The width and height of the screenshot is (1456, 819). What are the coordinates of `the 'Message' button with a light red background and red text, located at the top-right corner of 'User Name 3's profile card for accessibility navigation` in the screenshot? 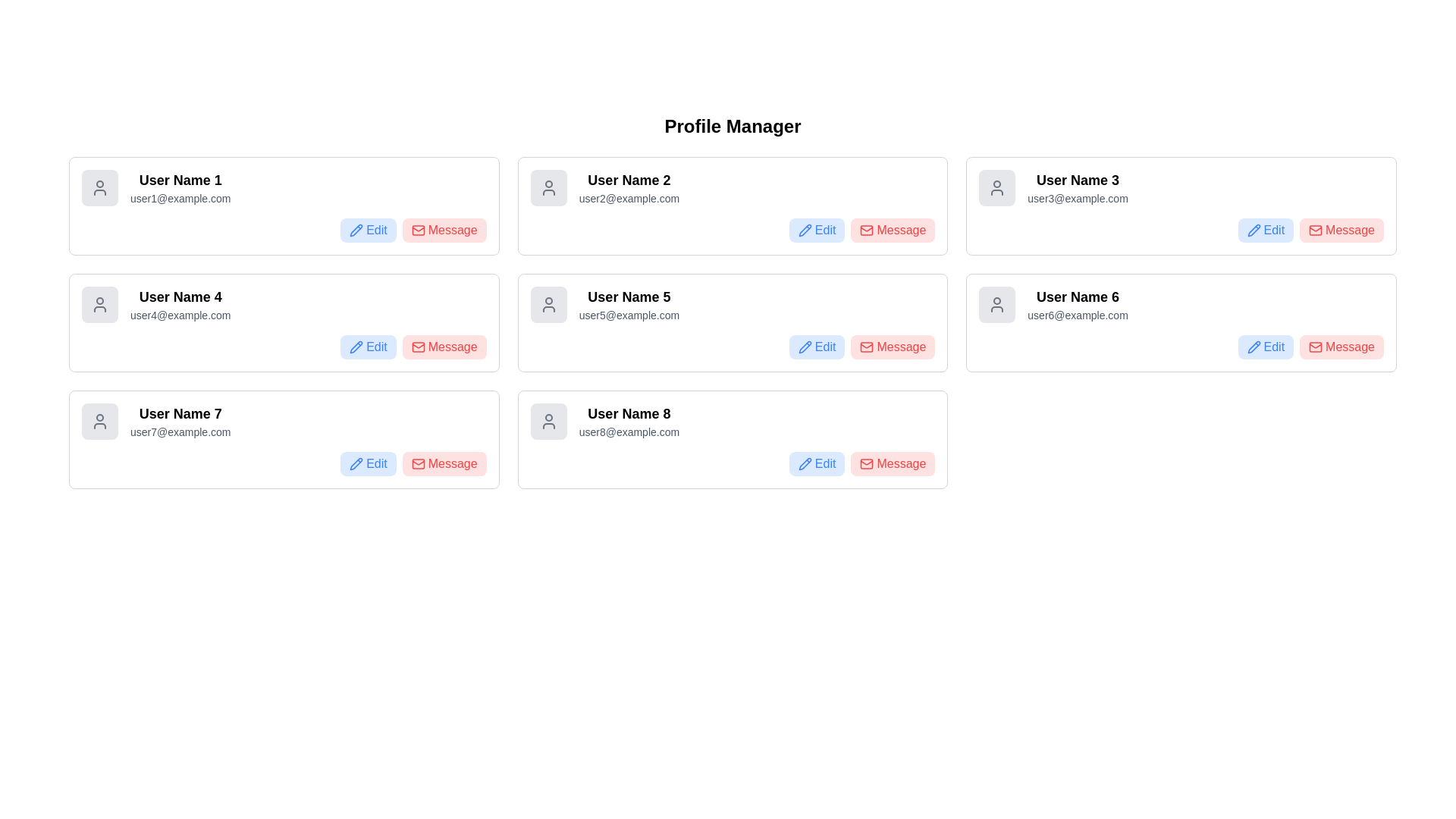 It's located at (1341, 231).